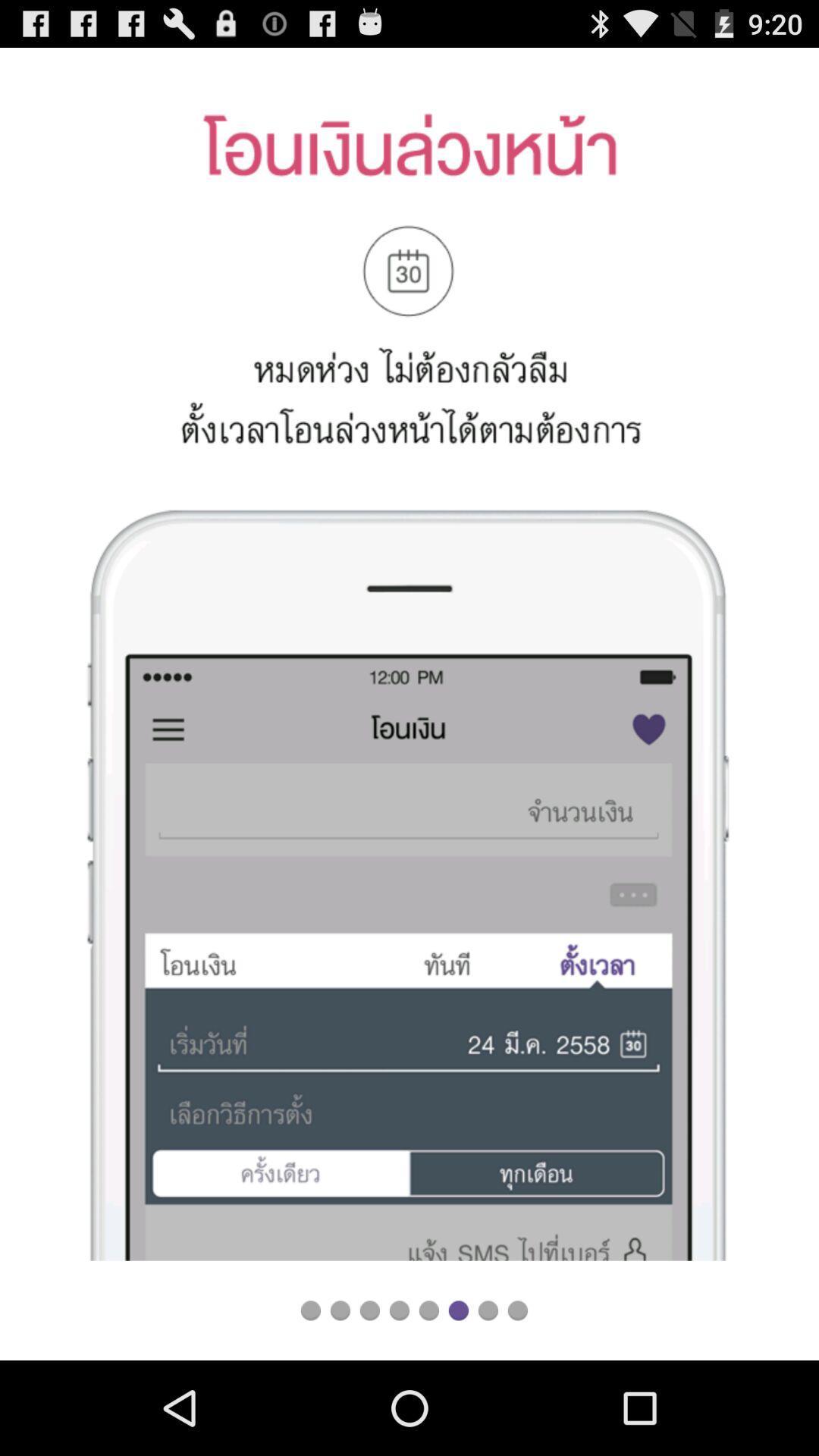 The image size is (819, 1456). I want to click on go back, so click(398, 1310).